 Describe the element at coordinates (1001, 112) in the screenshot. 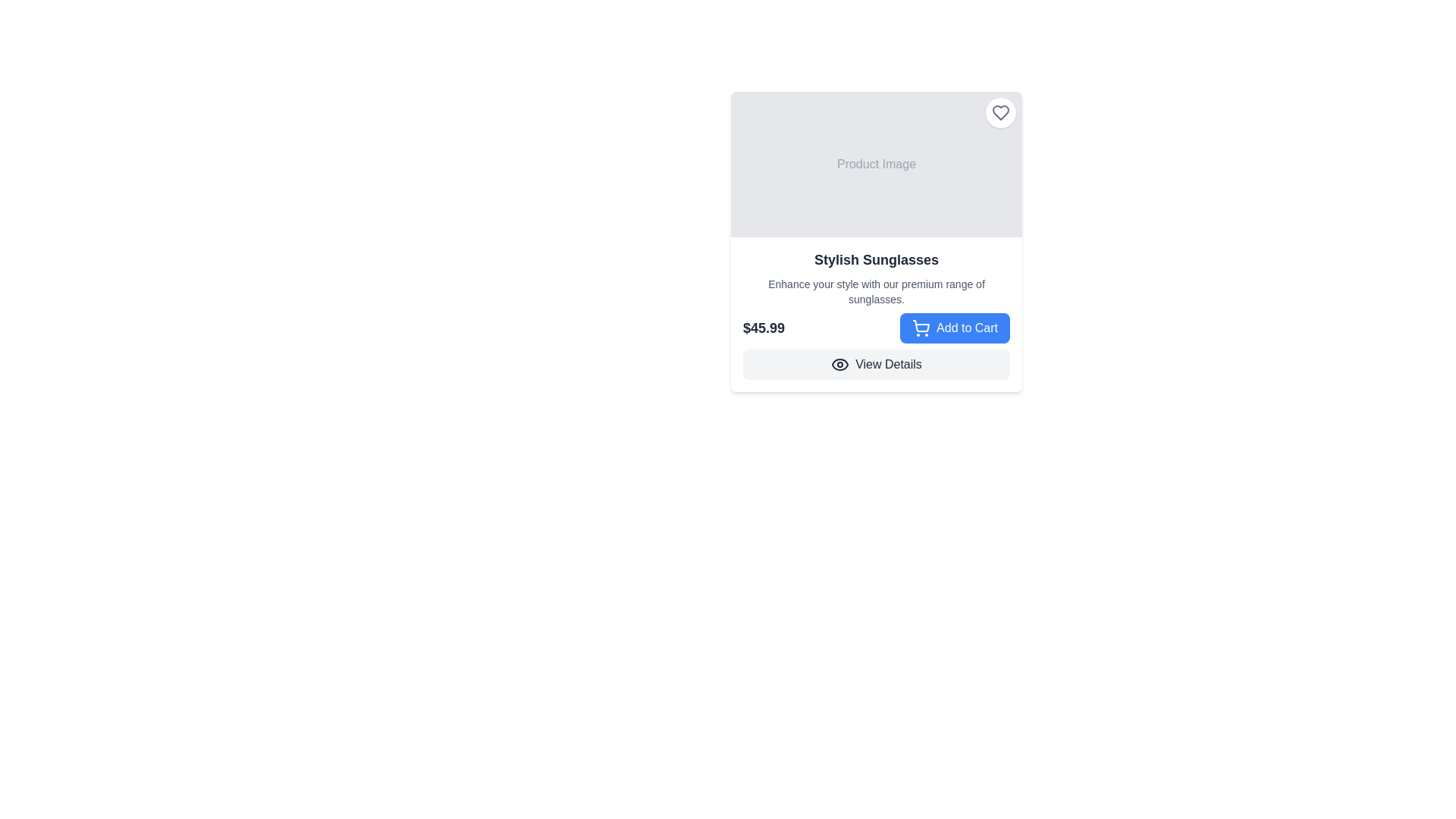

I see `the 'like' button located at the top-right corner of the product image section` at that location.